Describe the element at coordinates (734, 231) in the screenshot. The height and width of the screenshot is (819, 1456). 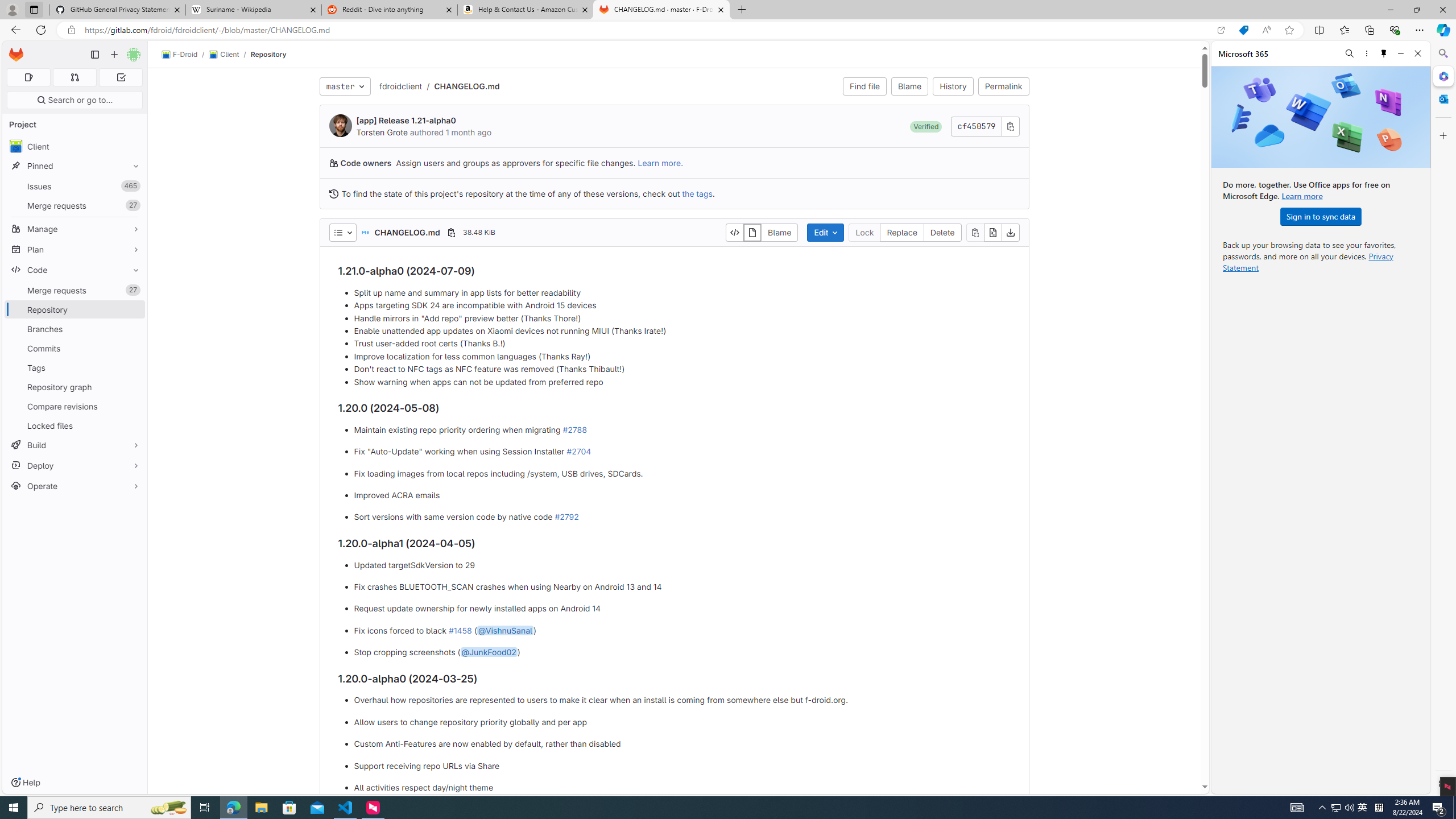
I see `'Display source'` at that location.